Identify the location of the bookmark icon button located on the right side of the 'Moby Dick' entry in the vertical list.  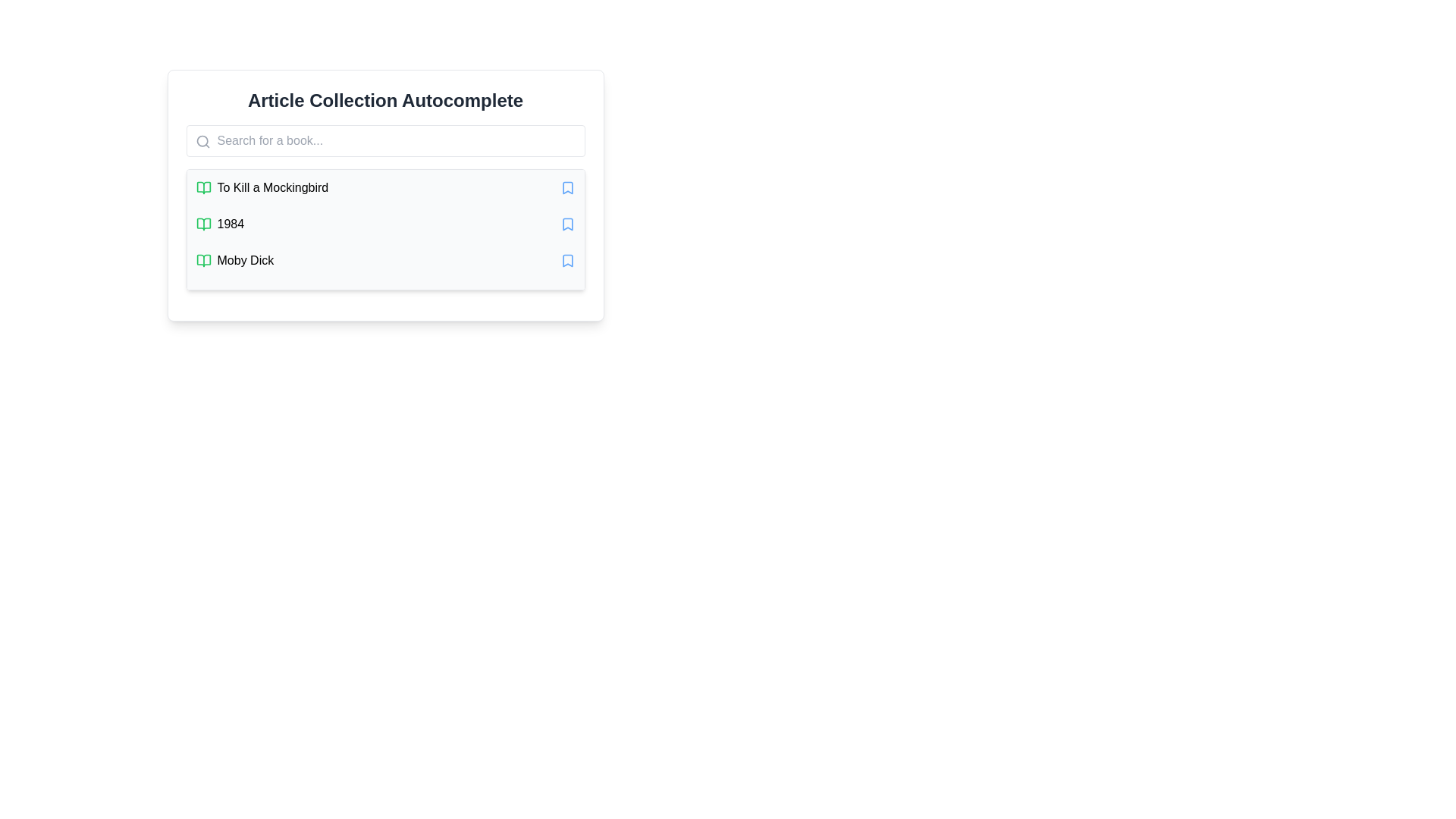
(566, 259).